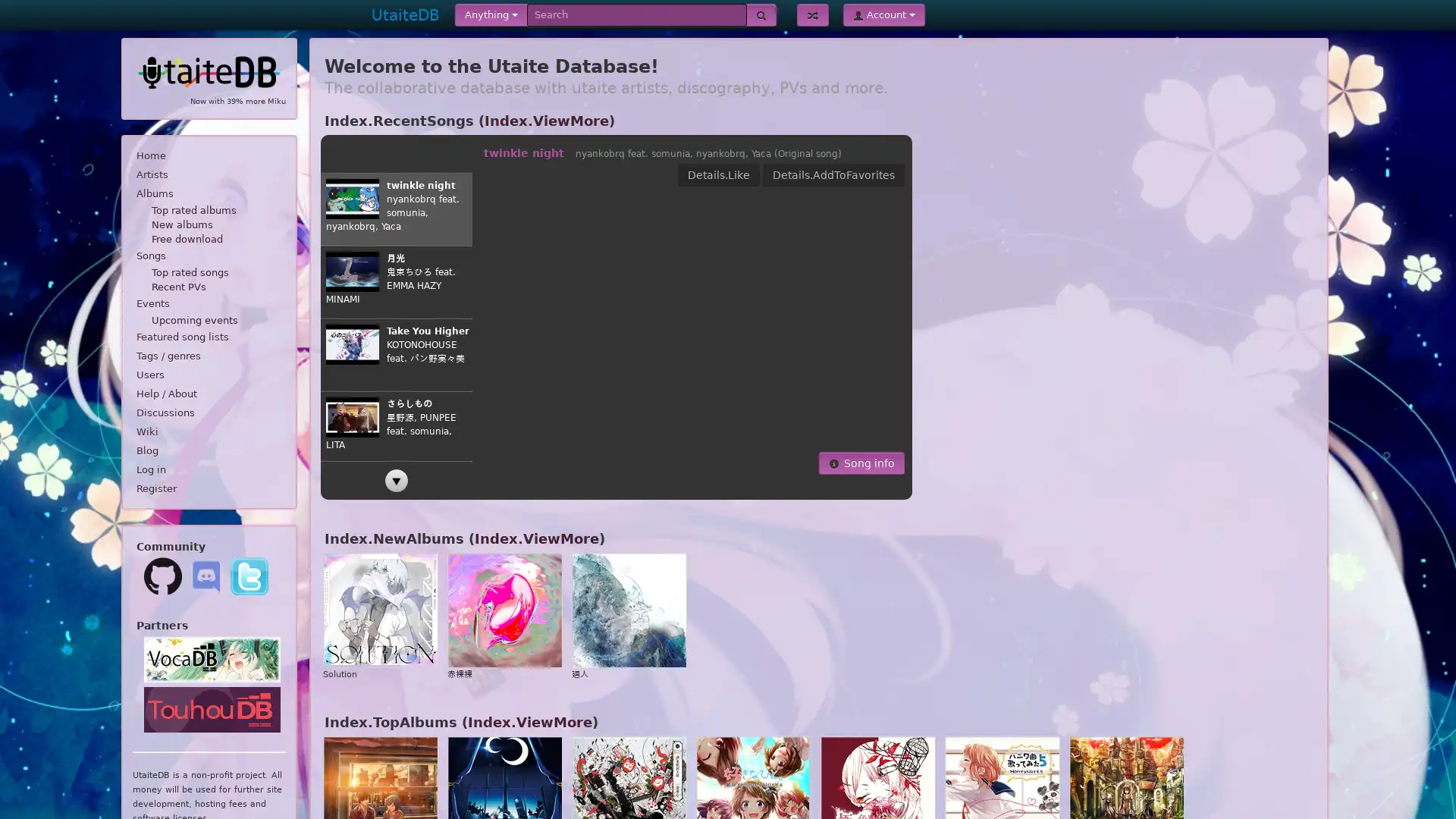 This screenshot has width=1456, height=819. Describe the element at coordinates (873, 174) in the screenshot. I see `Favorite` at that location.